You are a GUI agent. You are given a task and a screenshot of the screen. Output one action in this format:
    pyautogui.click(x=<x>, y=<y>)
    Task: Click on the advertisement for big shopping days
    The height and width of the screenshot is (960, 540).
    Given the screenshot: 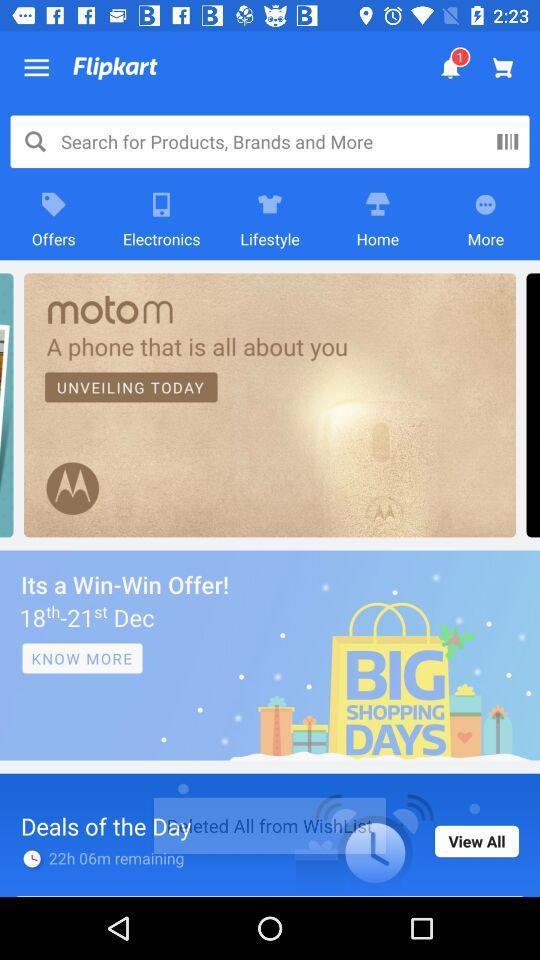 What is the action you would take?
    pyautogui.click(x=270, y=654)
    